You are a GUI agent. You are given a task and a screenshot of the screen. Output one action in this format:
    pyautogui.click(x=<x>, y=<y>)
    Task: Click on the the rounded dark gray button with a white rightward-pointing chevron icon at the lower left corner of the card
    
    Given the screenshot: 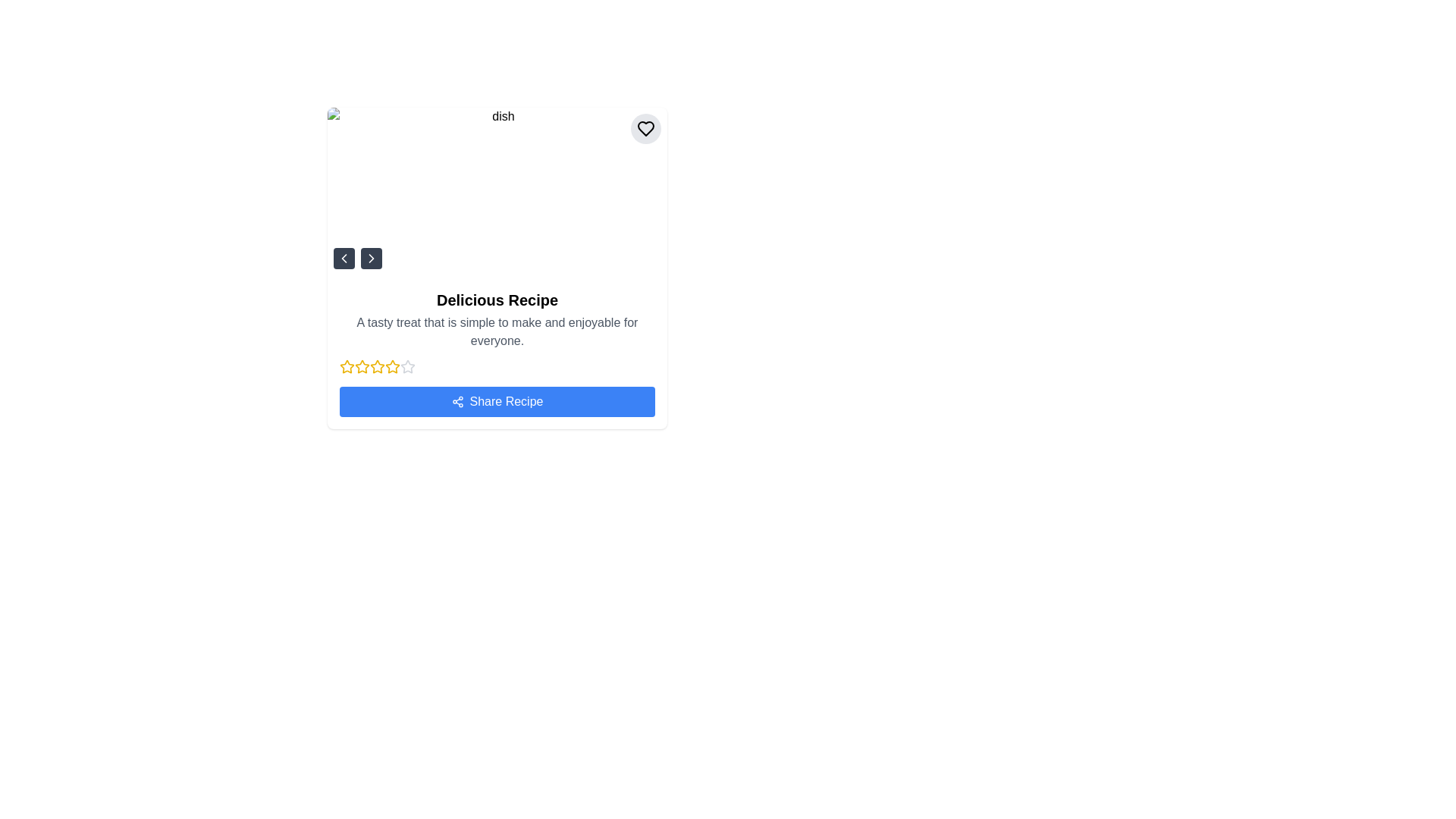 What is the action you would take?
    pyautogui.click(x=371, y=257)
    